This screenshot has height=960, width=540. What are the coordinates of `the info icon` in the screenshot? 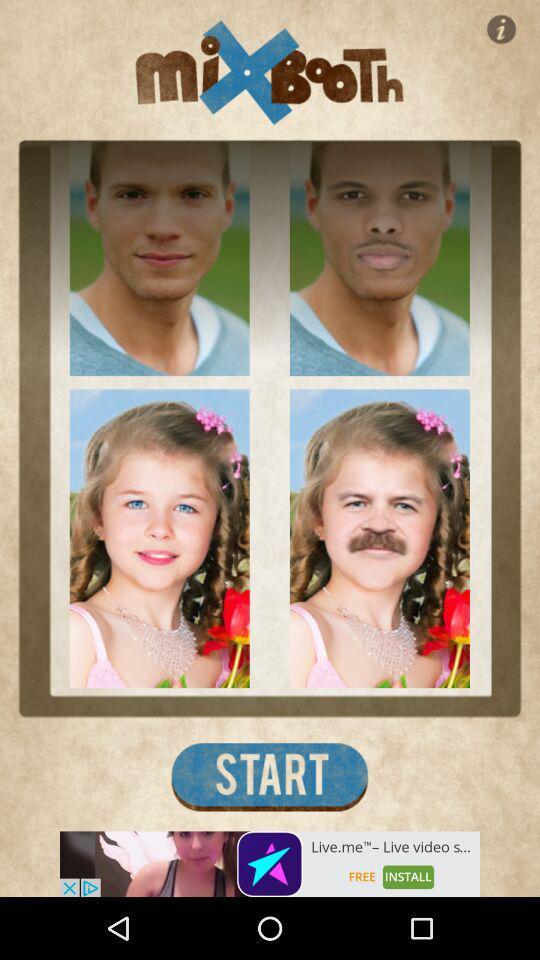 It's located at (500, 28).